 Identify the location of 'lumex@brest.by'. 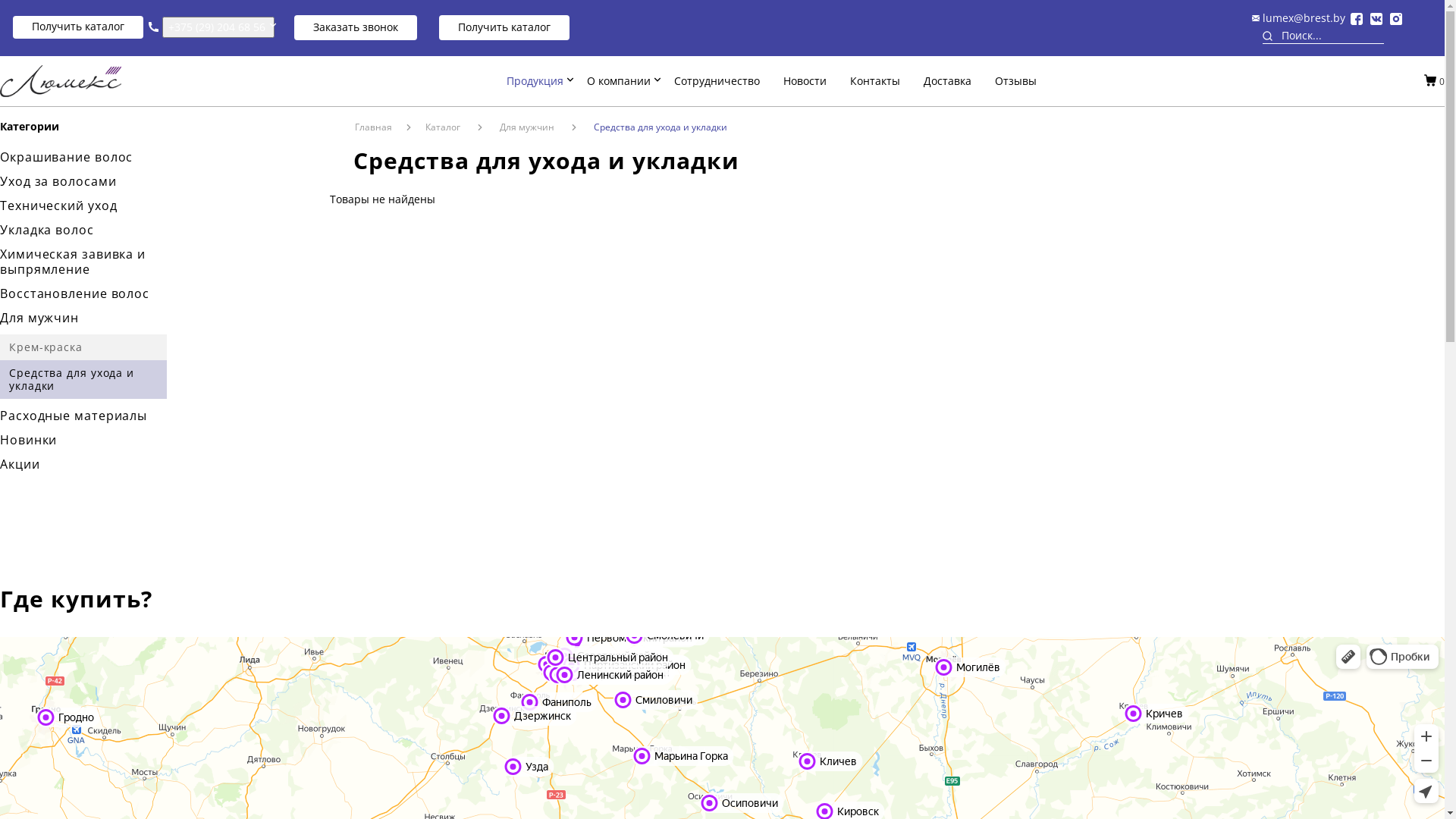
(1303, 17).